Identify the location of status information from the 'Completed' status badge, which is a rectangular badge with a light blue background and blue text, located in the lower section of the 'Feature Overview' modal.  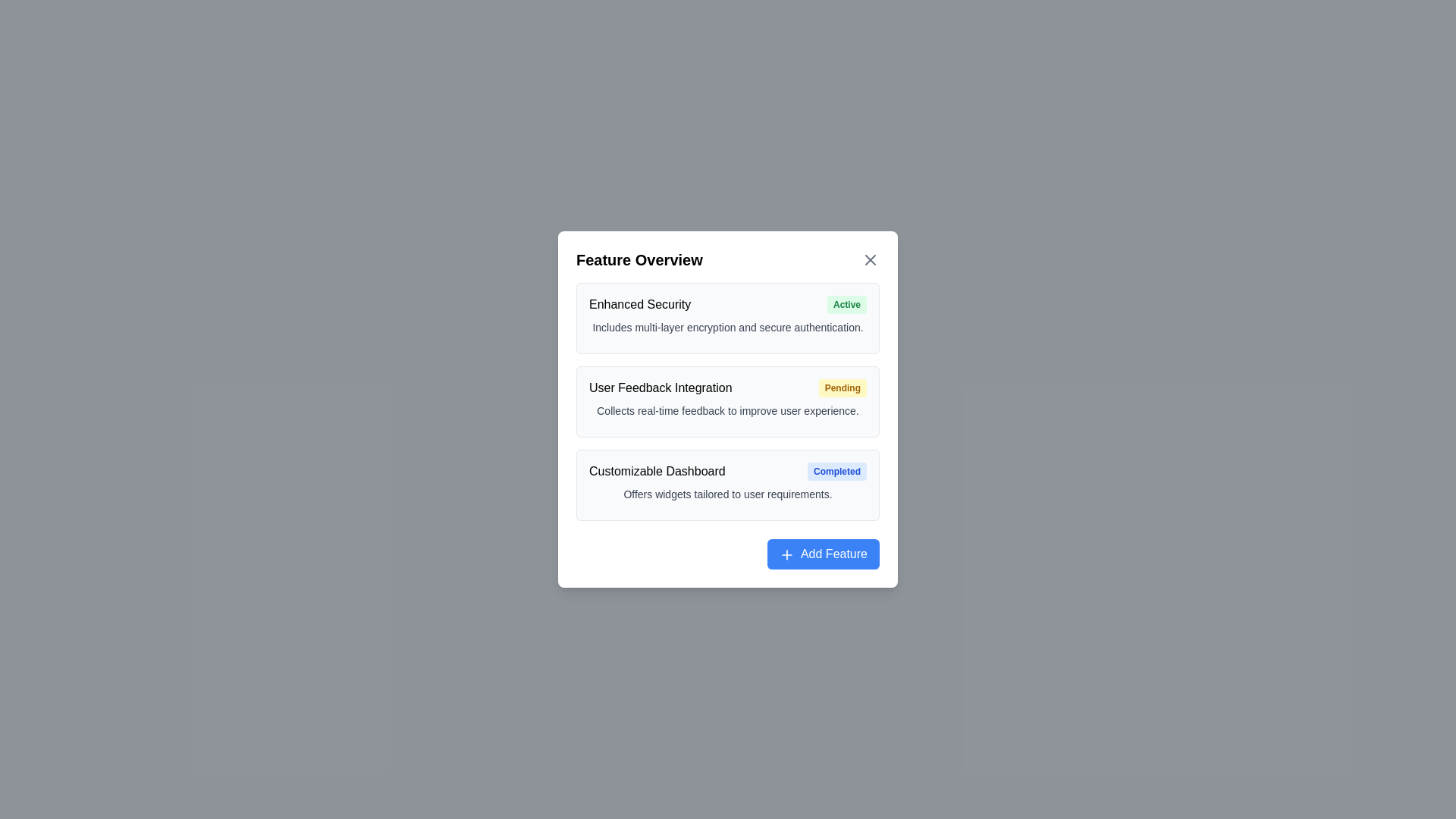
(836, 470).